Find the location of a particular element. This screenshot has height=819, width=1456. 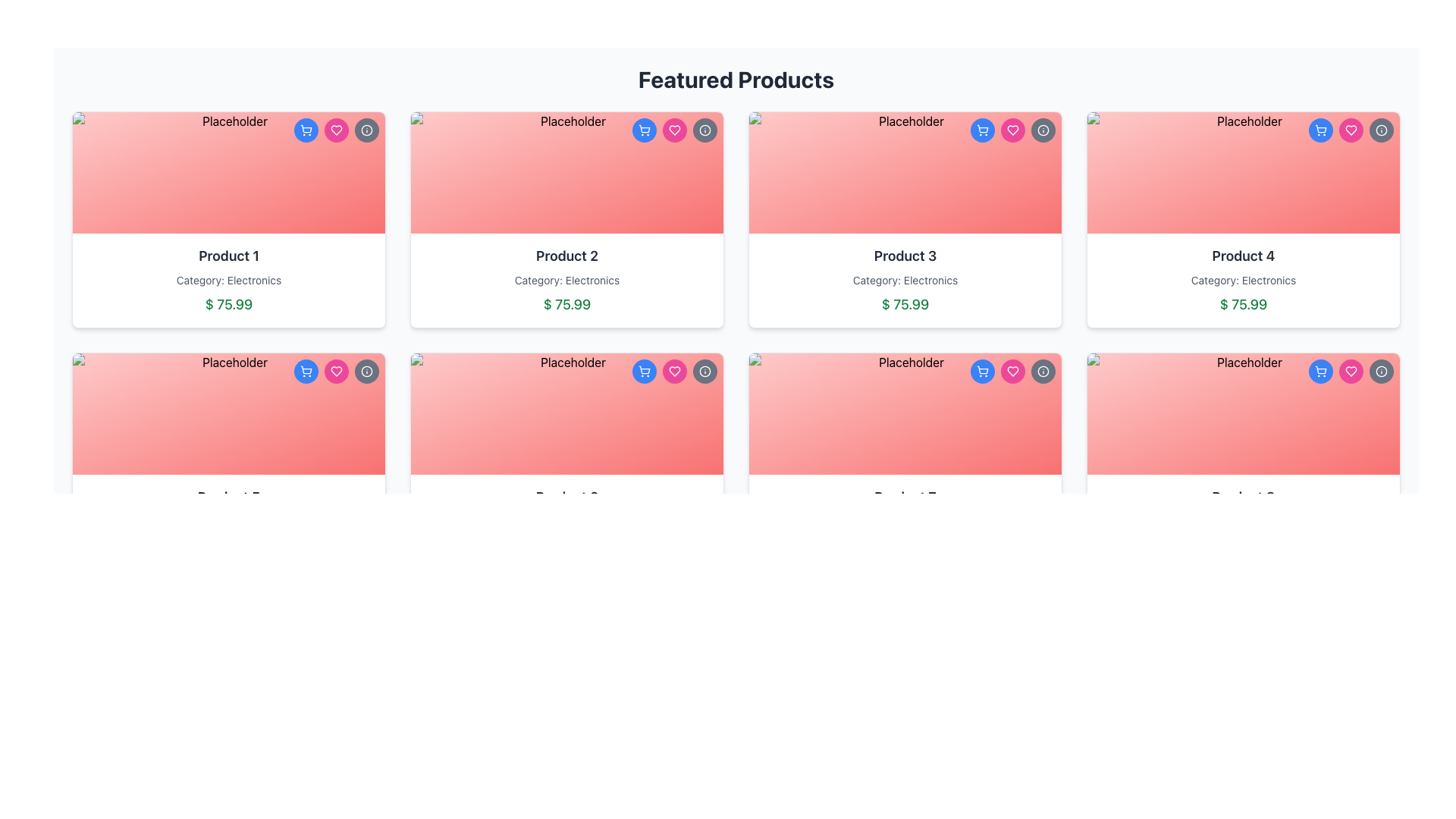

the circular pink button with a white heart icon located in the top-right corner of the product card to favorite the product is located at coordinates (1012, 371).